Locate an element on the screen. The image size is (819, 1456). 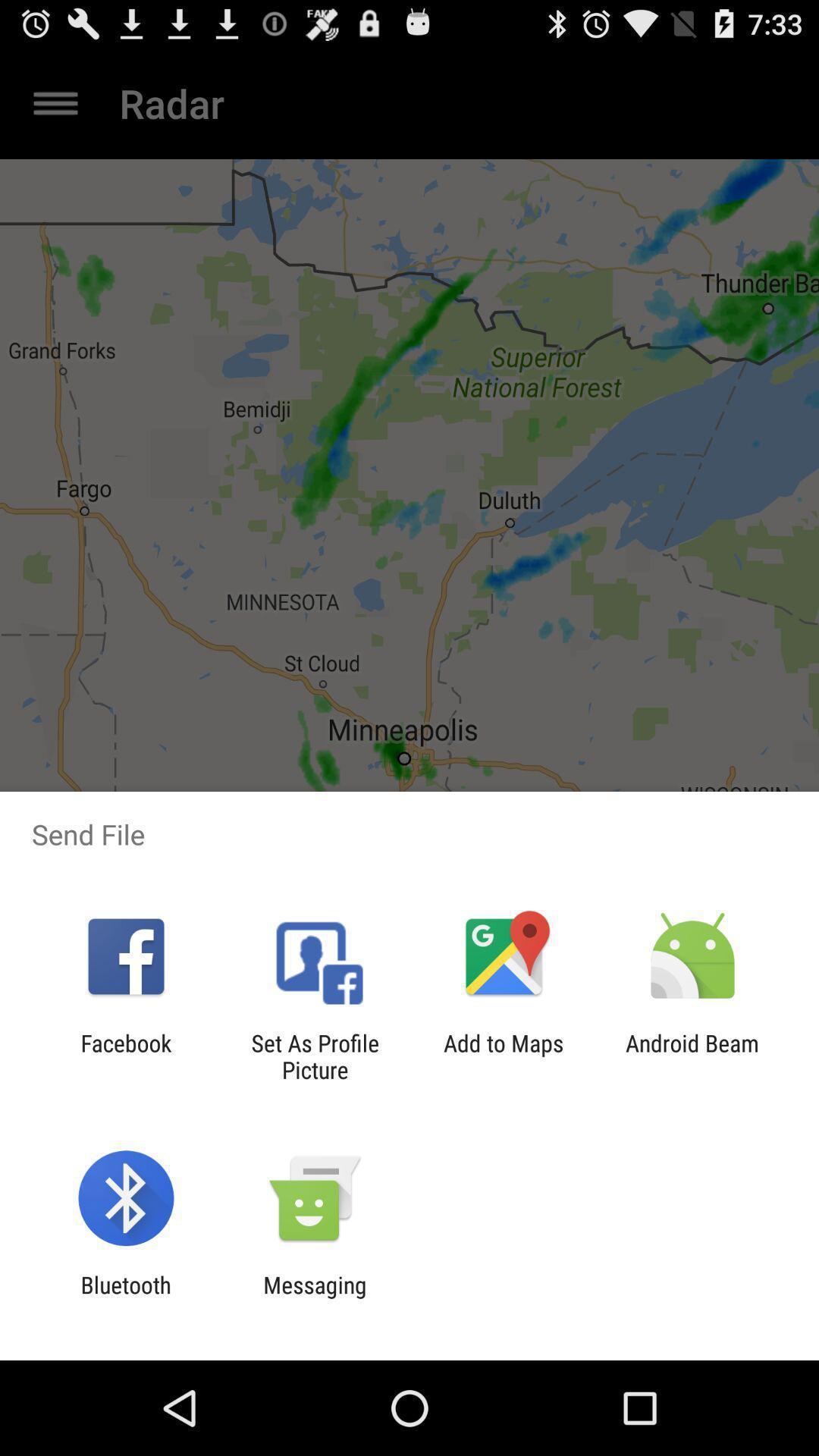
the app next to the facebook is located at coordinates (314, 1056).